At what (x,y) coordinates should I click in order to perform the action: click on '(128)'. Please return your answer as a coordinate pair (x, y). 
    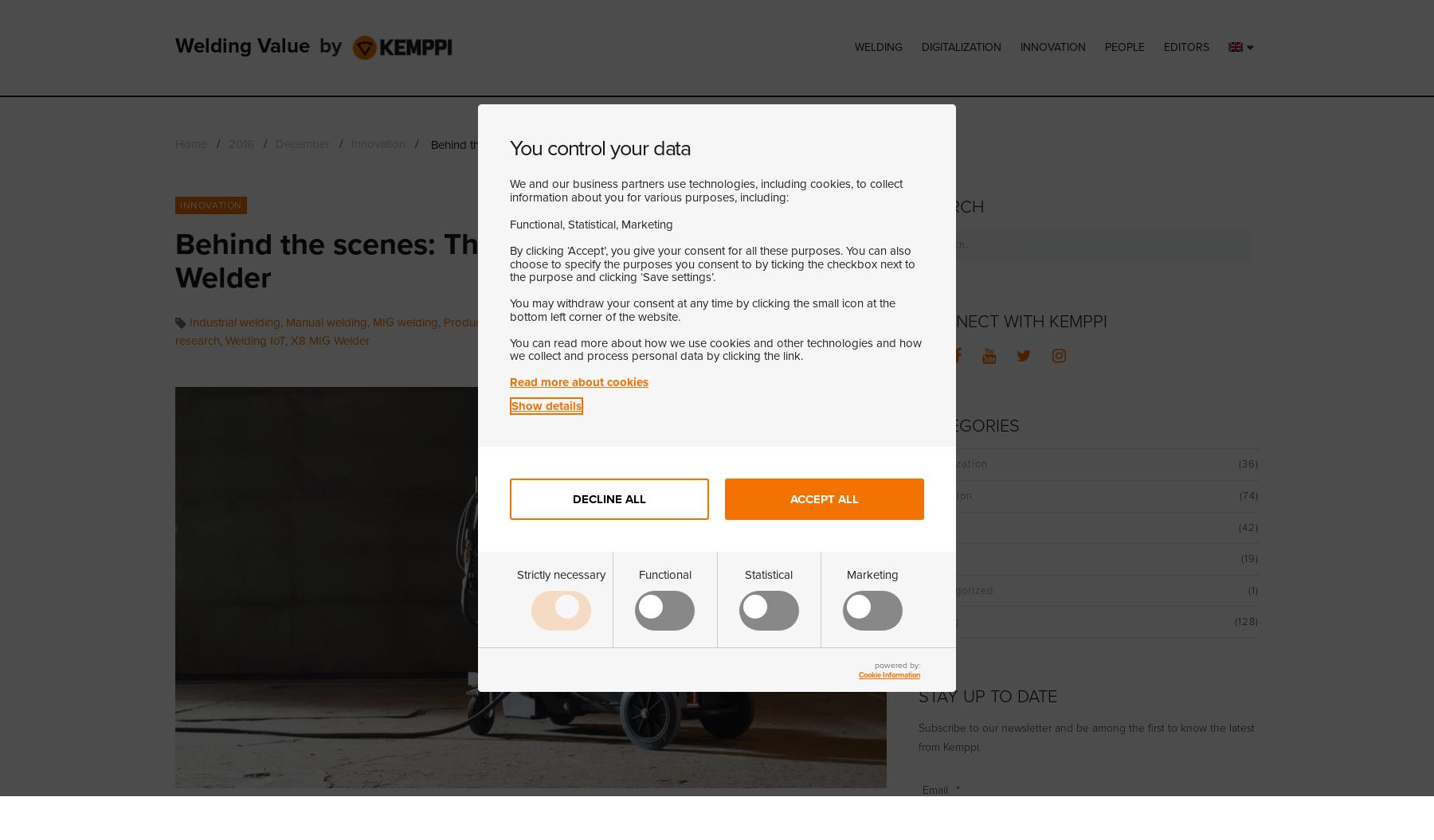
    Looking at the image, I should click on (1246, 621).